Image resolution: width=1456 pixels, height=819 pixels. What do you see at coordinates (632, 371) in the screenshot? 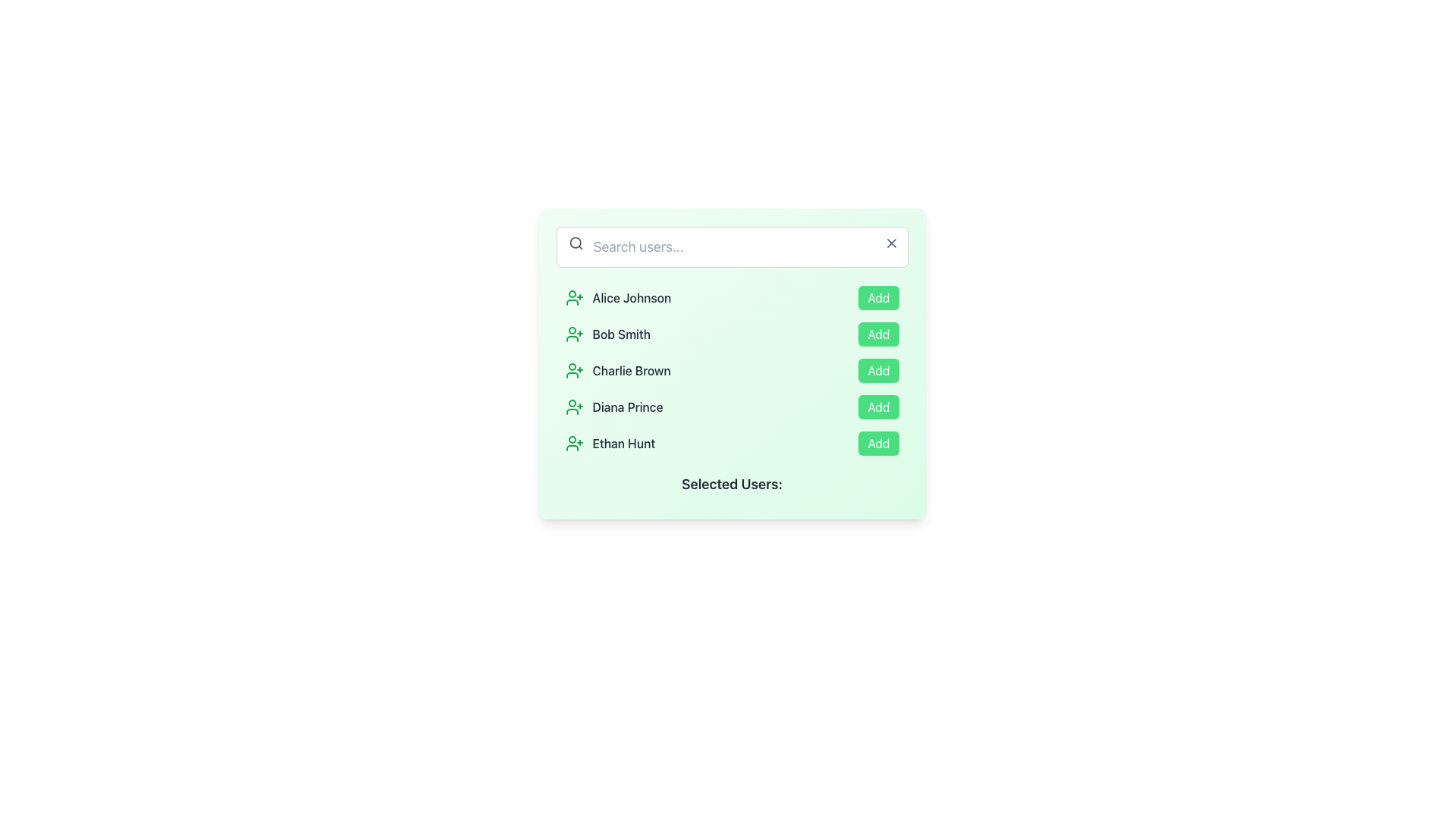
I see `the text label displaying 'Charlie Brown', which is the third user entry in the list, positioned between the user icon and the 'Add' button` at bounding box center [632, 371].